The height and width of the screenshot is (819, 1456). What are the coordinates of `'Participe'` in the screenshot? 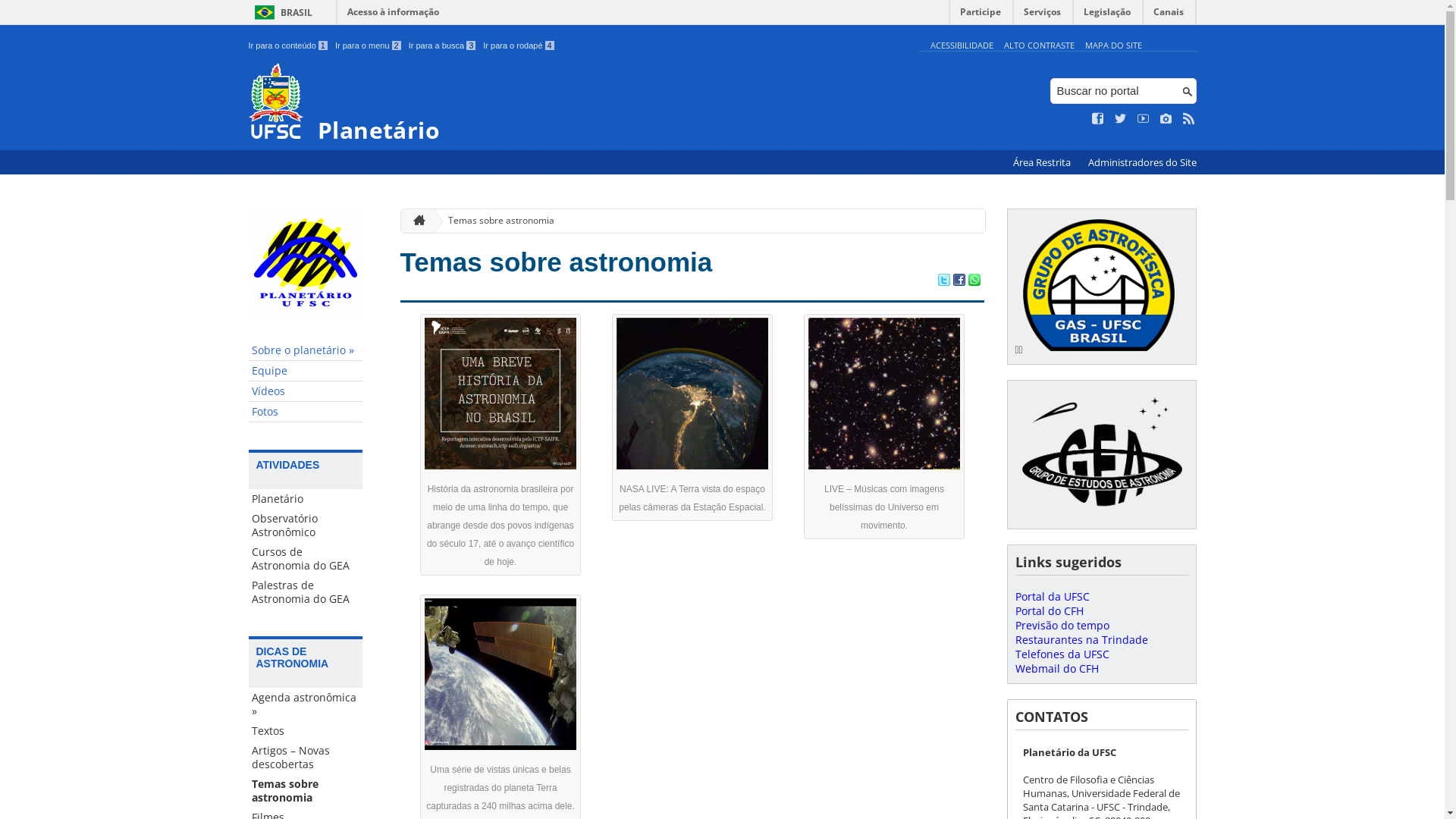 It's located at (980, 15).